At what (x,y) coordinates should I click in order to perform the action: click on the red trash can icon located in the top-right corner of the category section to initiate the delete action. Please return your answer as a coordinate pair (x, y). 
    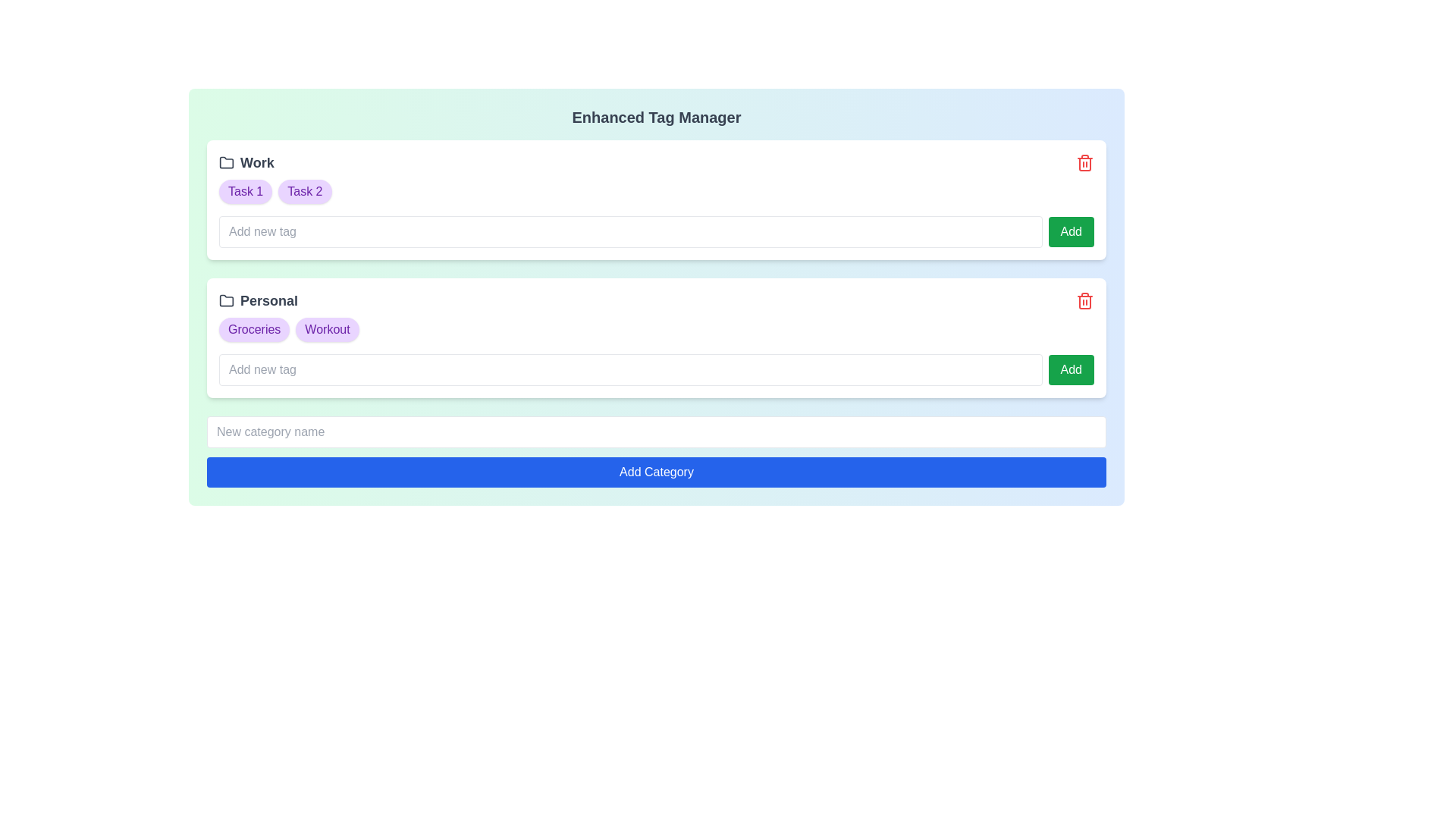
    Looking at the image, I should click on (1084, 302).